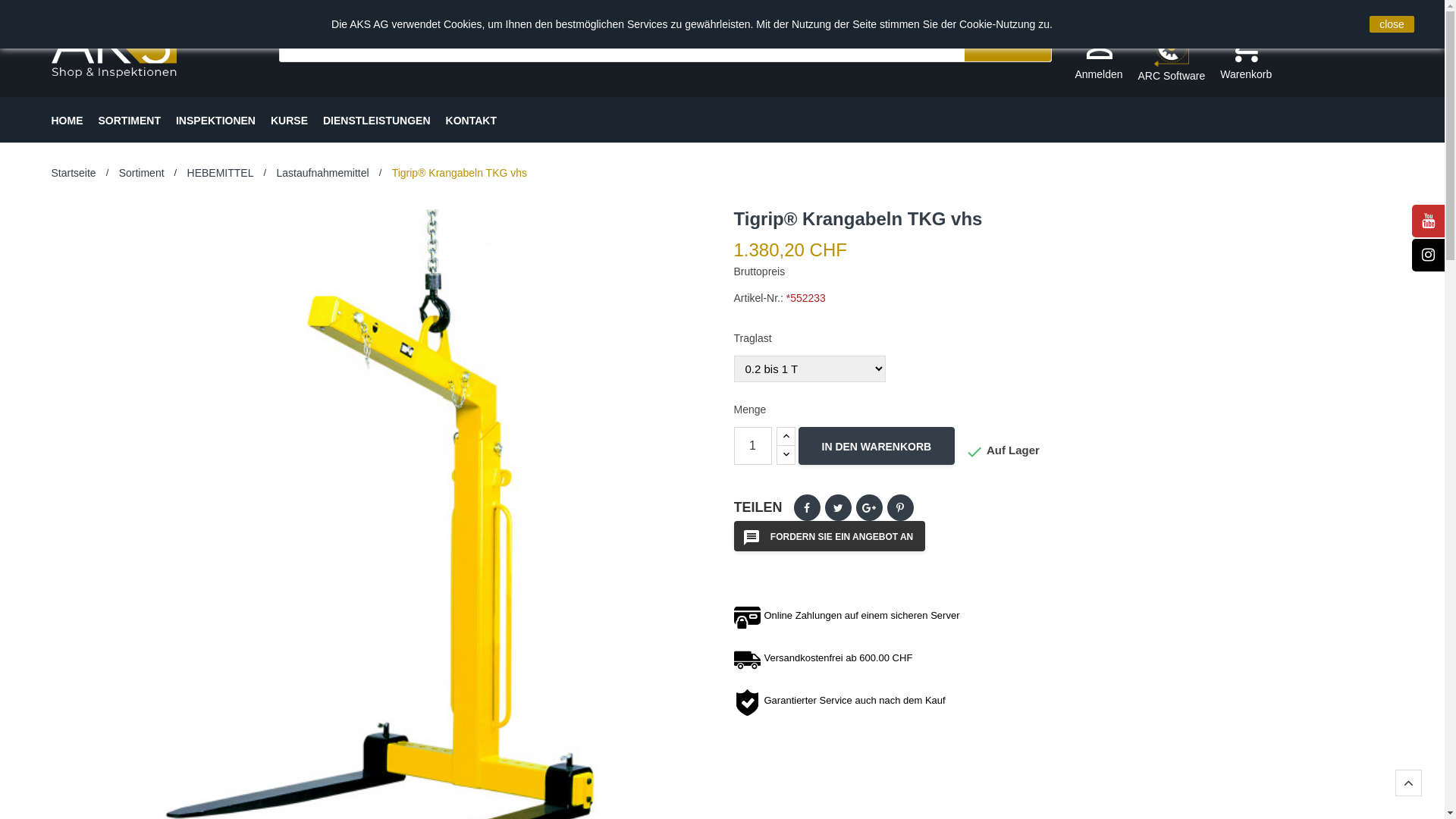 The image size is (1456, 819). What do you see at coordinates (1138, 55) in the screenshot?
I see `'ARC Software'` at bounding box center [1138, 55].